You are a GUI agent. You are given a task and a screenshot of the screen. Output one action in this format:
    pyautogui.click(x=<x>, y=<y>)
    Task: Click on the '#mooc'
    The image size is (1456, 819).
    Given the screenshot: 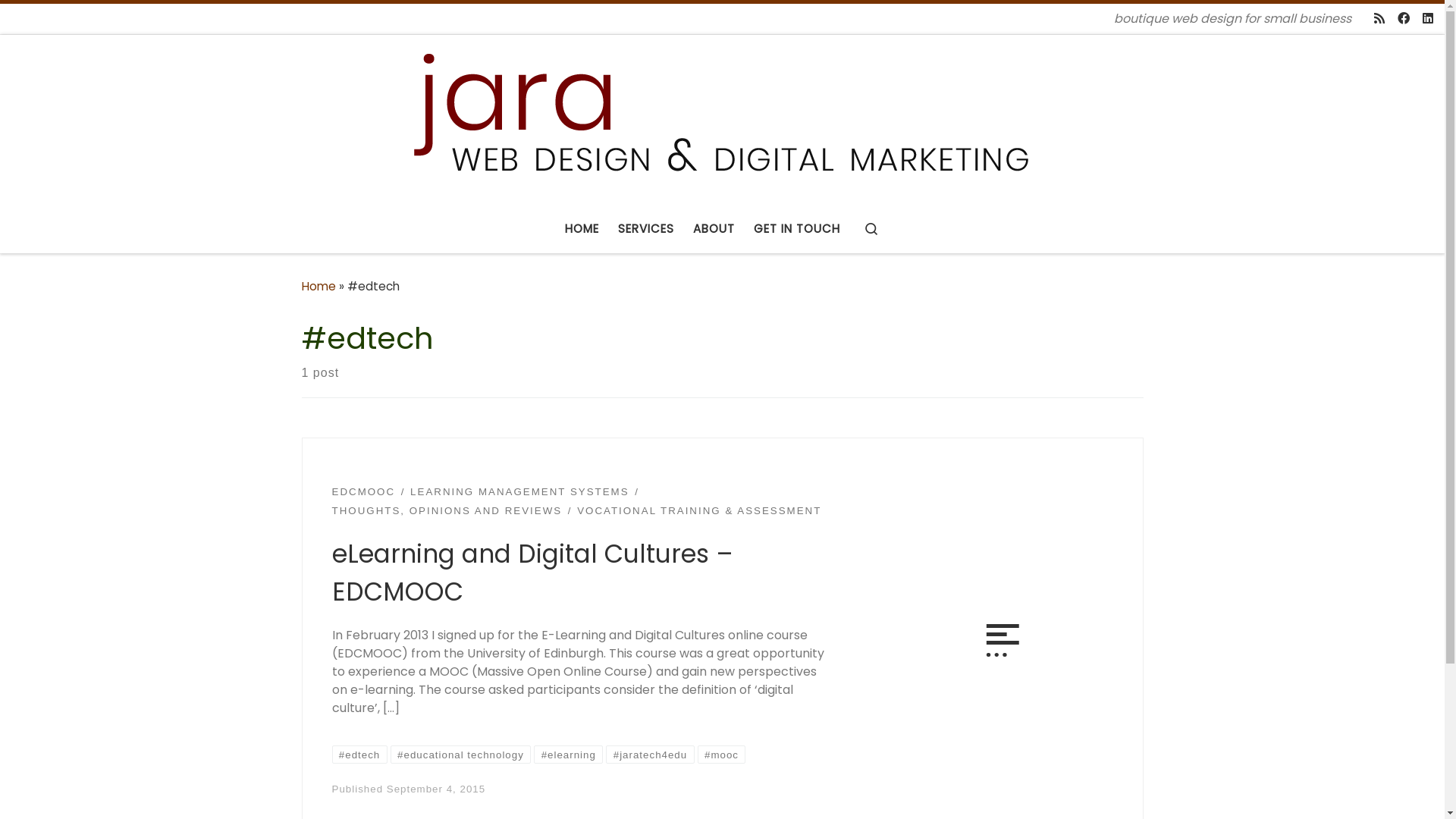 What is the action you would take?
    pyautogui.click(x=697, y=755)
    